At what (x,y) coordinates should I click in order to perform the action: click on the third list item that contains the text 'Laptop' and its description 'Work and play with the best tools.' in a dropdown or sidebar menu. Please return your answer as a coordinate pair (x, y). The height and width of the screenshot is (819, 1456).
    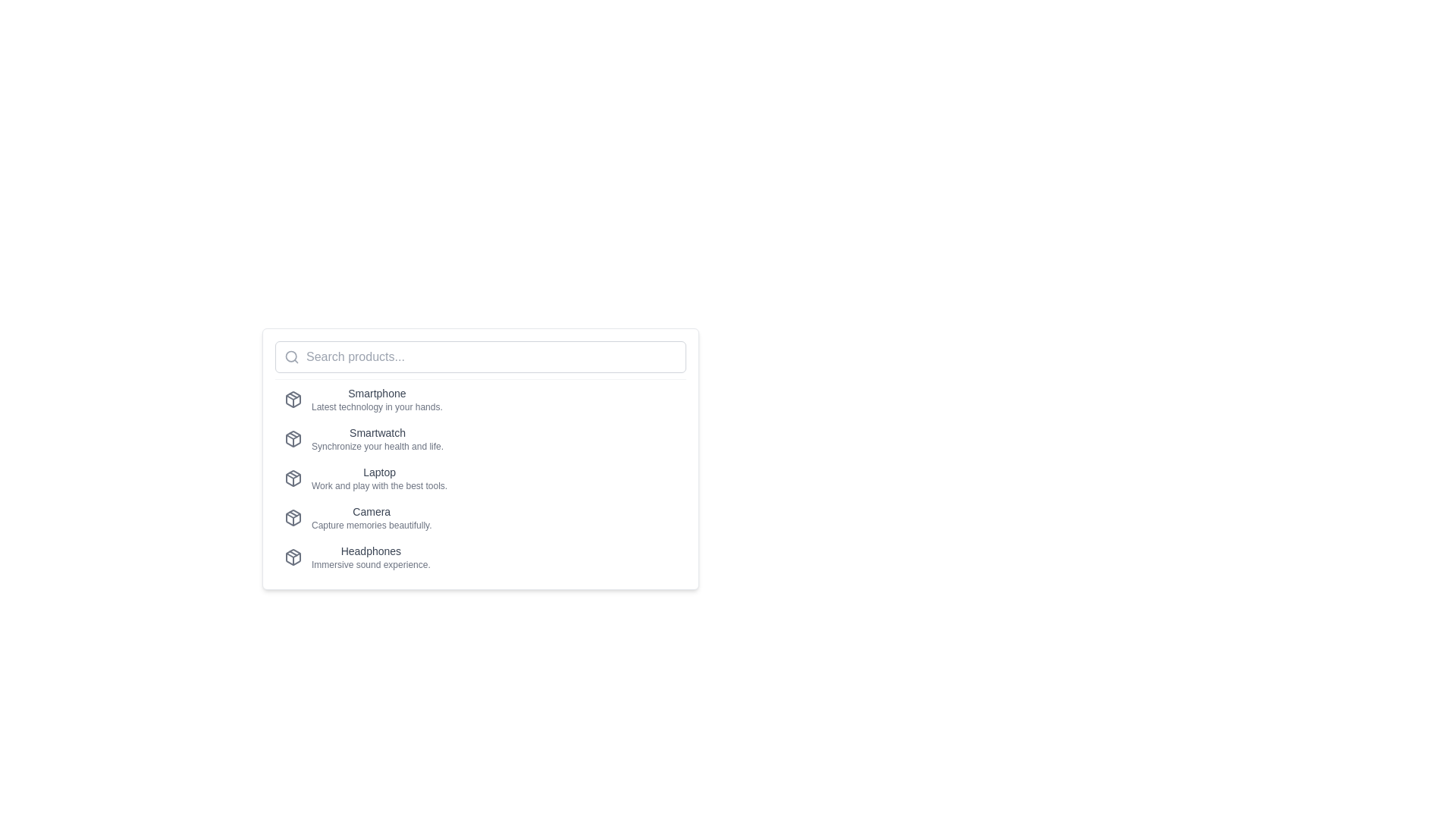
    Looking at the image, I should click on (379, 479).